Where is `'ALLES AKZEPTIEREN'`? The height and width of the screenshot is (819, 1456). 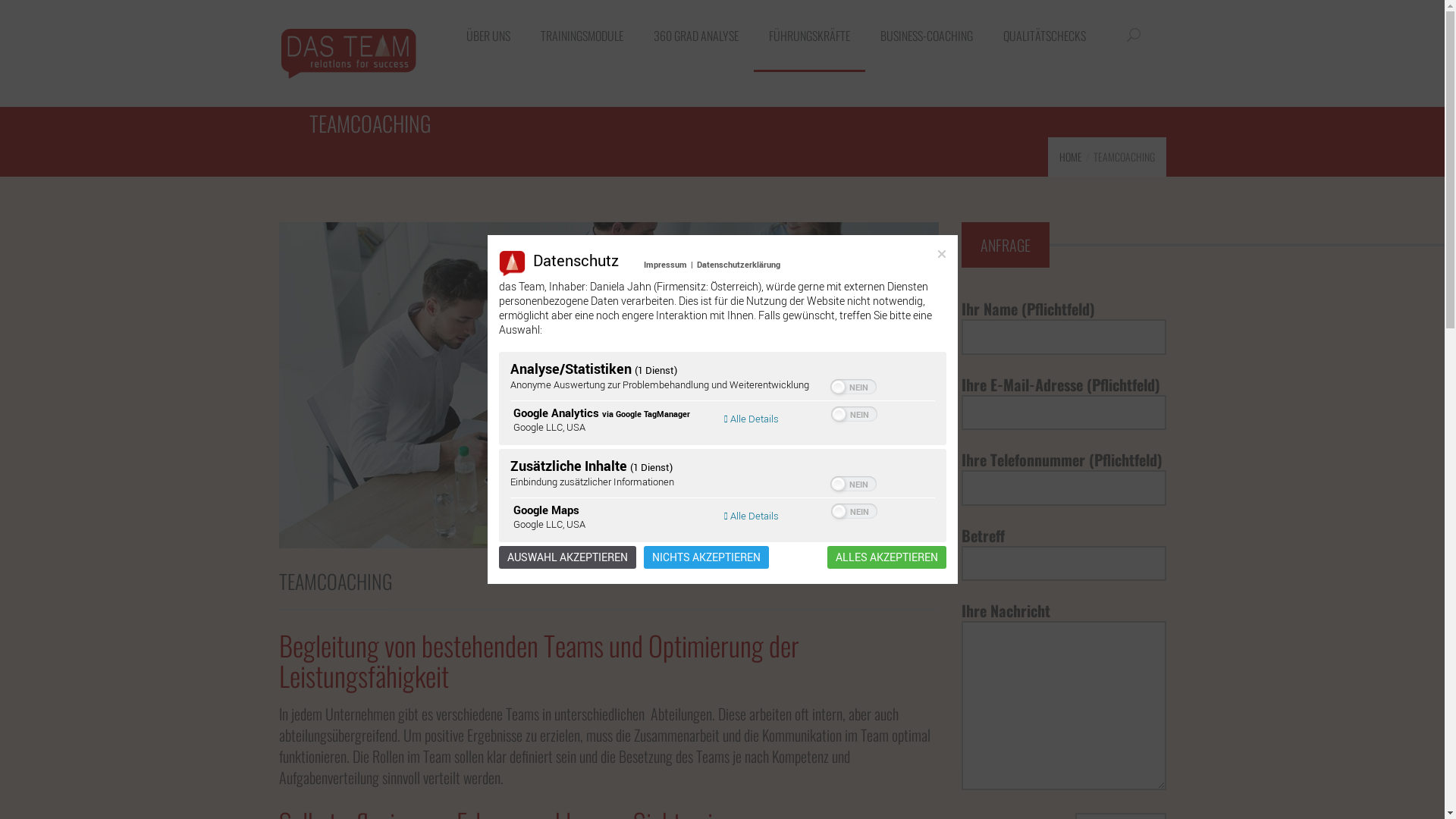 'ALLES AKZEPTIEREN' is located at coordinates (886, 557).